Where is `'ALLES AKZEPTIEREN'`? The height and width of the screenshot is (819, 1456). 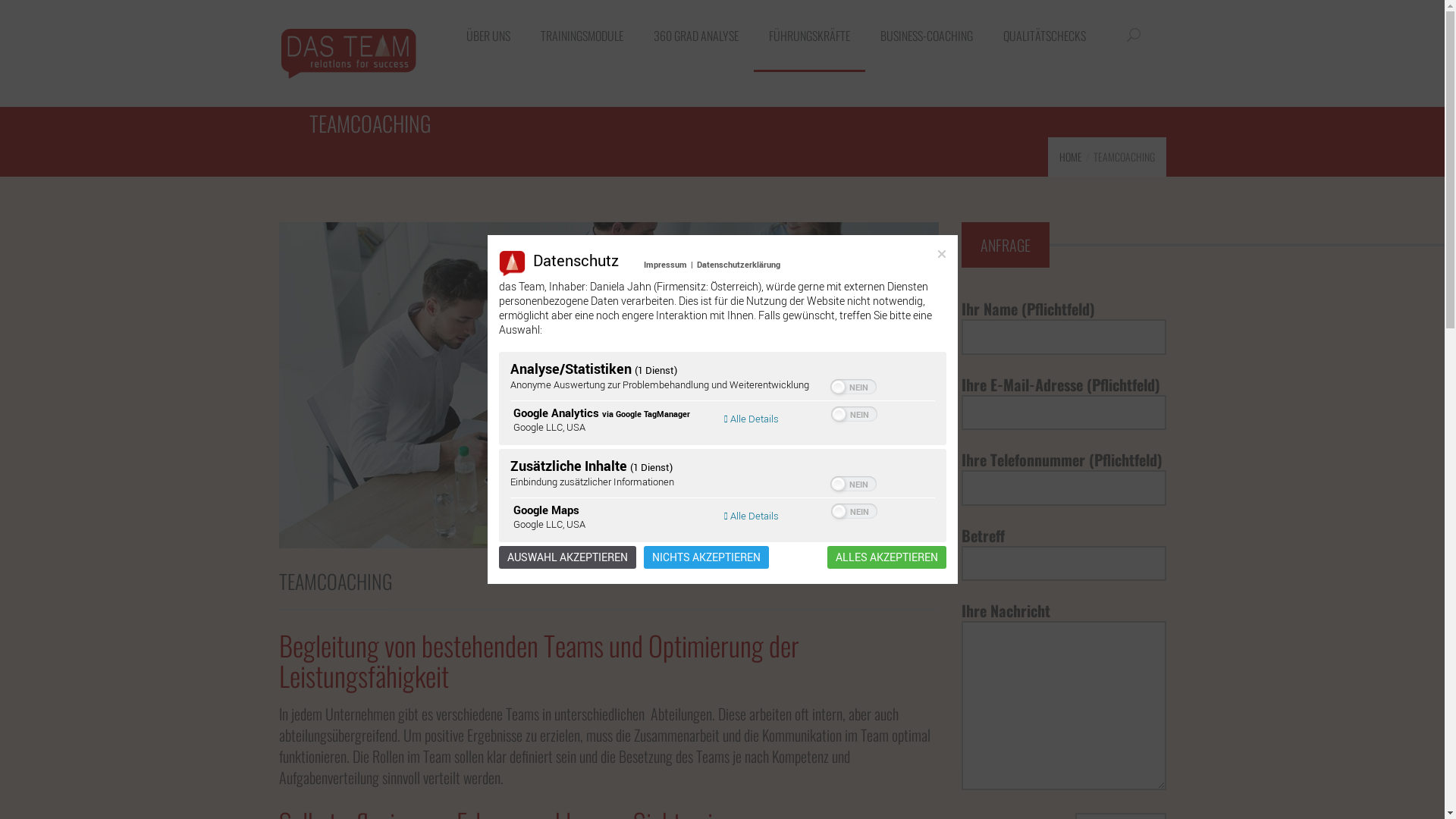 'ALLES AKZEPTIEREN' is located at coordinates (886, 557).